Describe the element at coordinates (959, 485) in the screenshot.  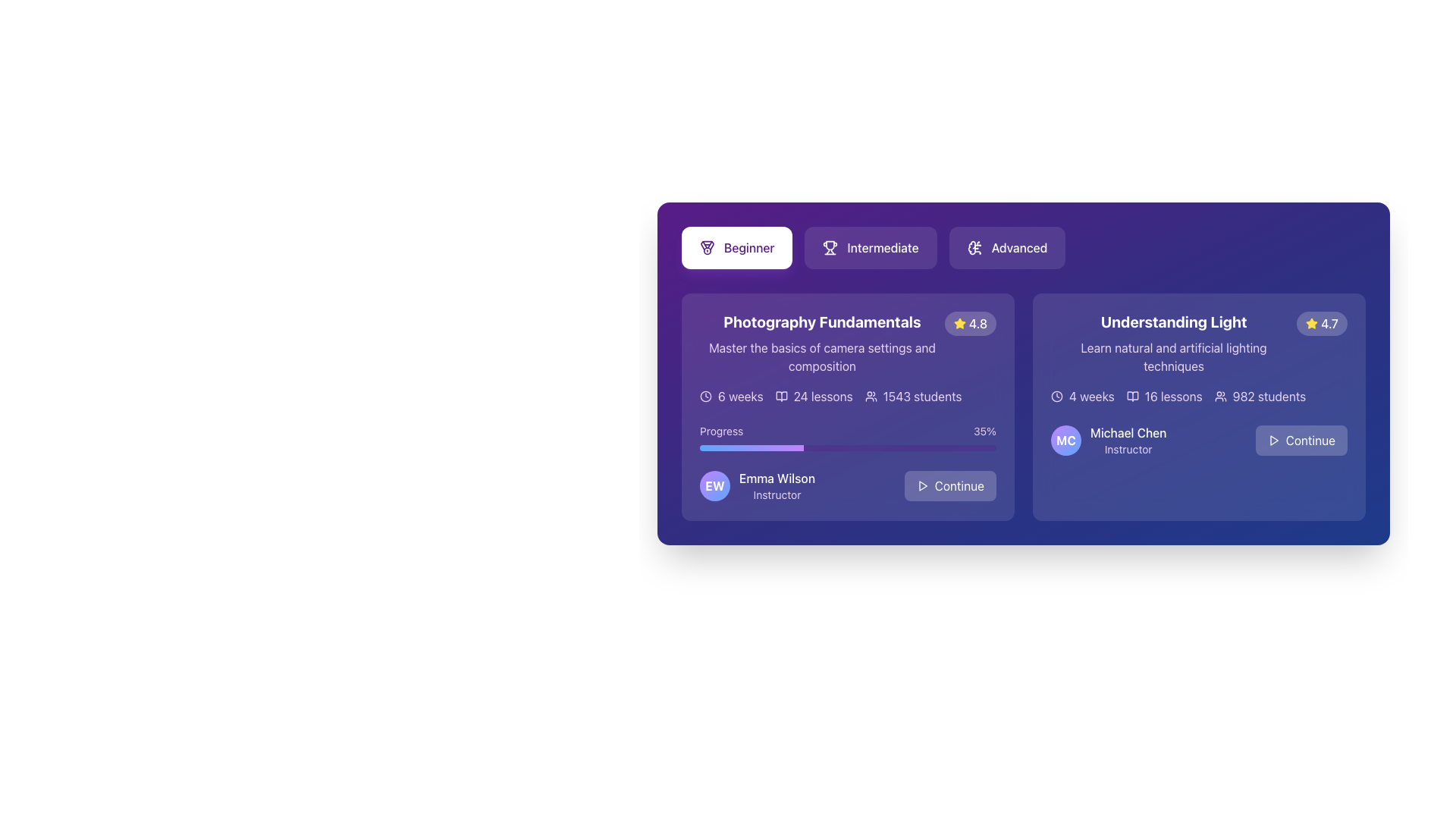
I see `the 'Continue' text label within the button that has a play icon, located in the bottom-right section of the 'Photography Fundamentals' card` at that location.